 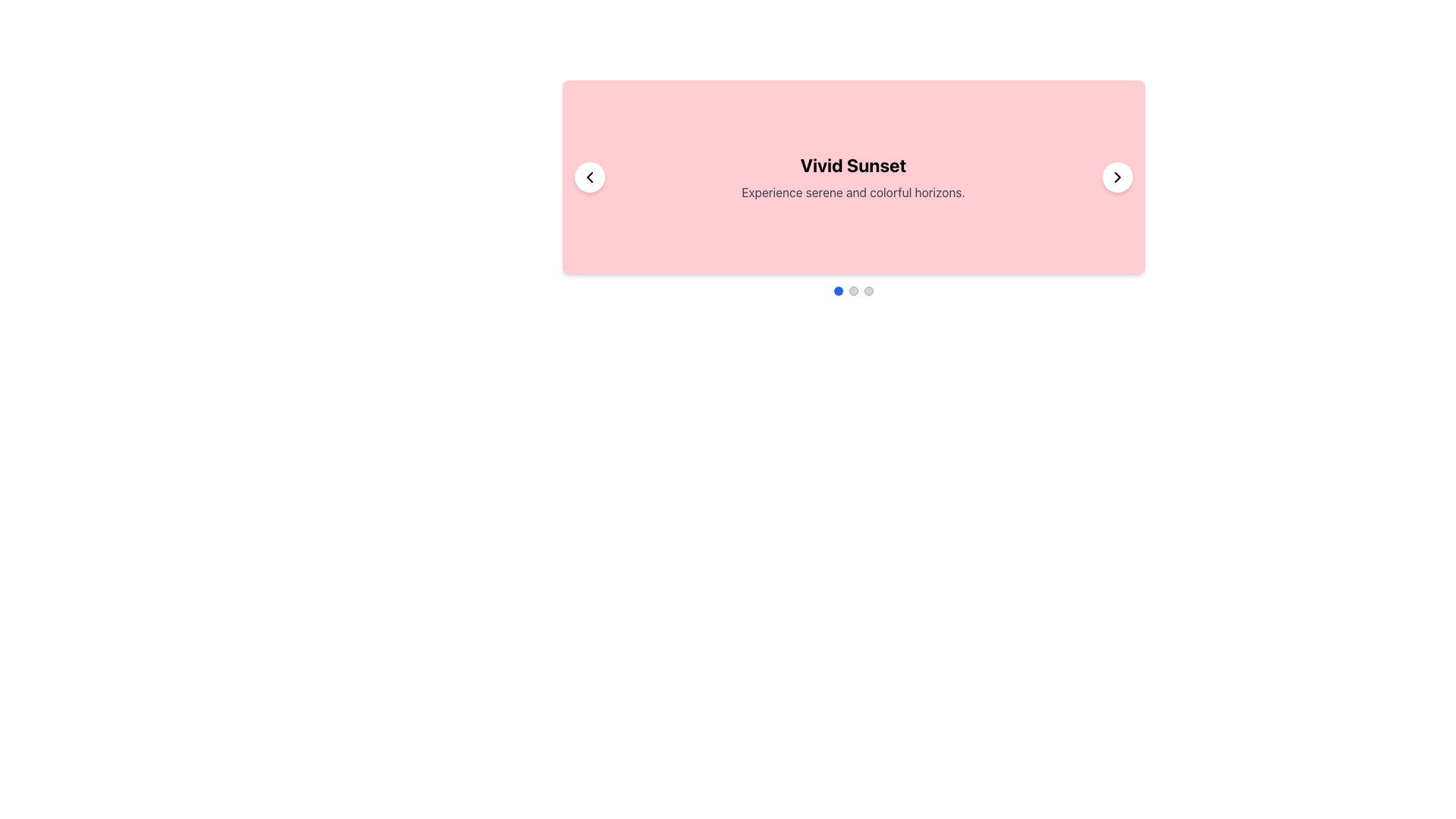 I want to click on the title and description text on the carousel slide located at the center coordinates of the element, so click(x=853, y=177).